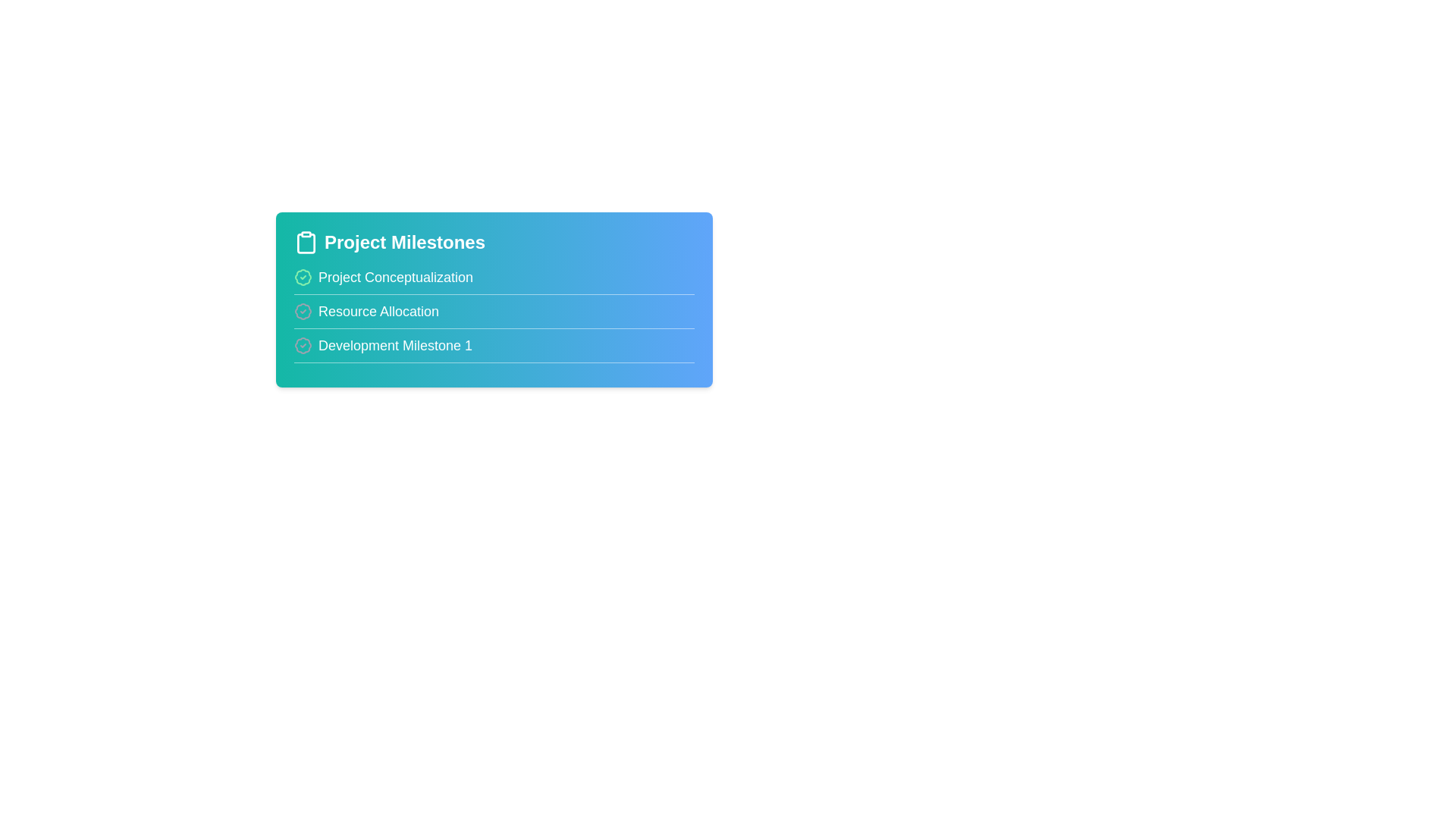 This screenshot has height=819, width=1456. What do you see at coordinates (395, 345) in the screenshot?
I see `the milestone title Development Milestone 1 to edit it` at bounding box center [395, 345].